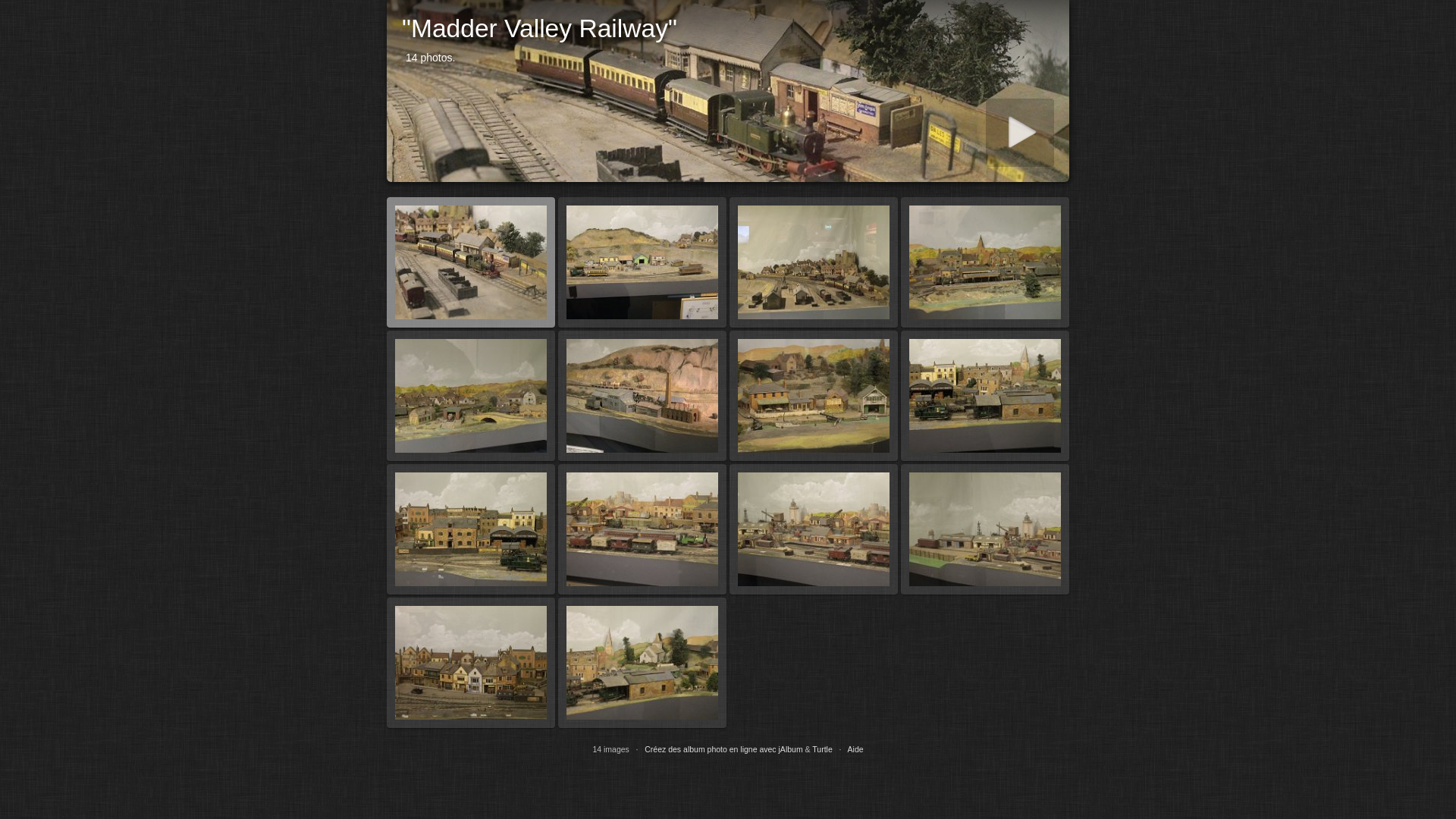 The width and height of the screenshot is (1456, 819). What do you see at coordinates (821, 748) in the screenshot?
I see `'Turtle'` at bounding box center [821, 748].